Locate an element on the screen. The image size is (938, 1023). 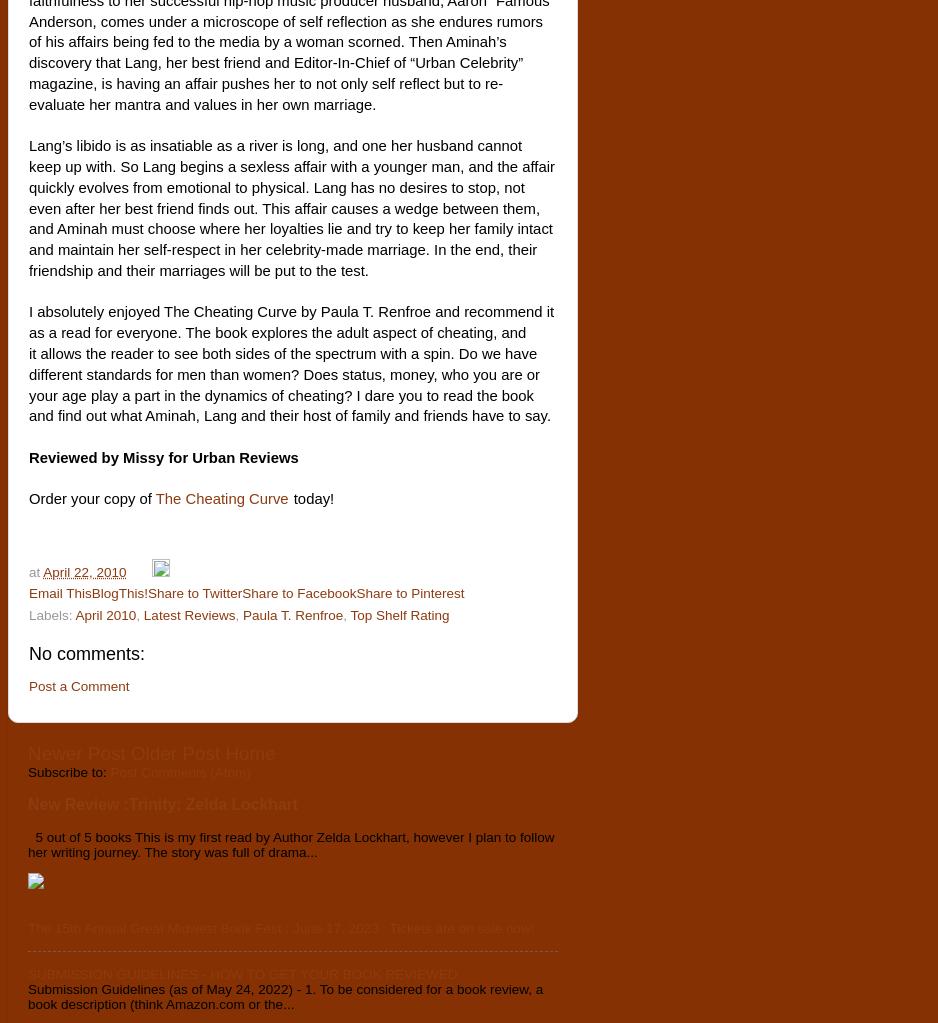
'Submission Guidelines (as of May 24, 2022) -       1. To be considered for a book review, a book description (think Amazon.com or the...' is located at coordinates (285, 994).